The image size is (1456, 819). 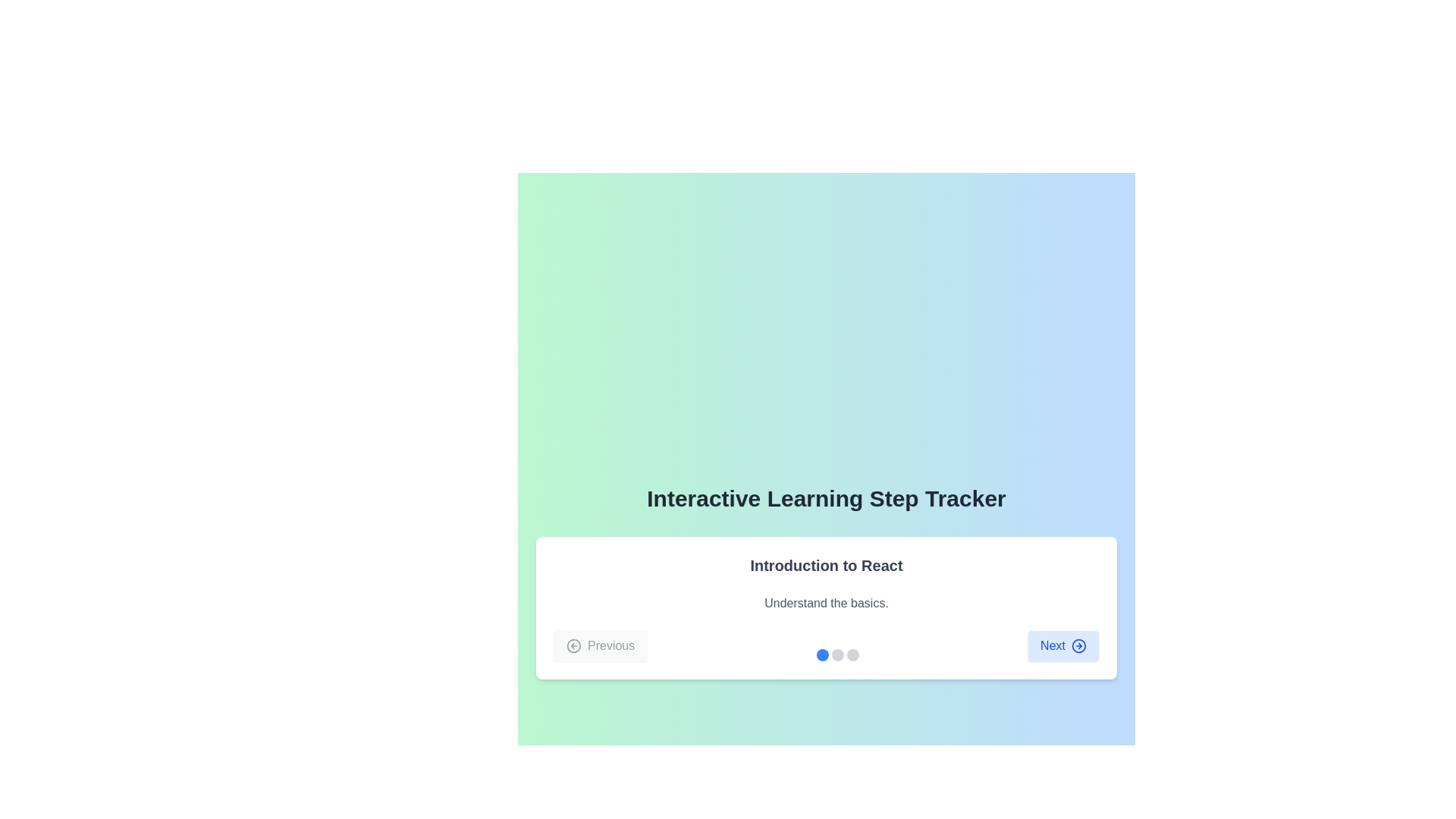 What do you see at coordinates (825, 499) in the screenshot?
I see `the text heading 'Interactive Learning Step Tracker', which is prominently displayed in a bold font at the top of the card layout` at bounding box center [825, 499].